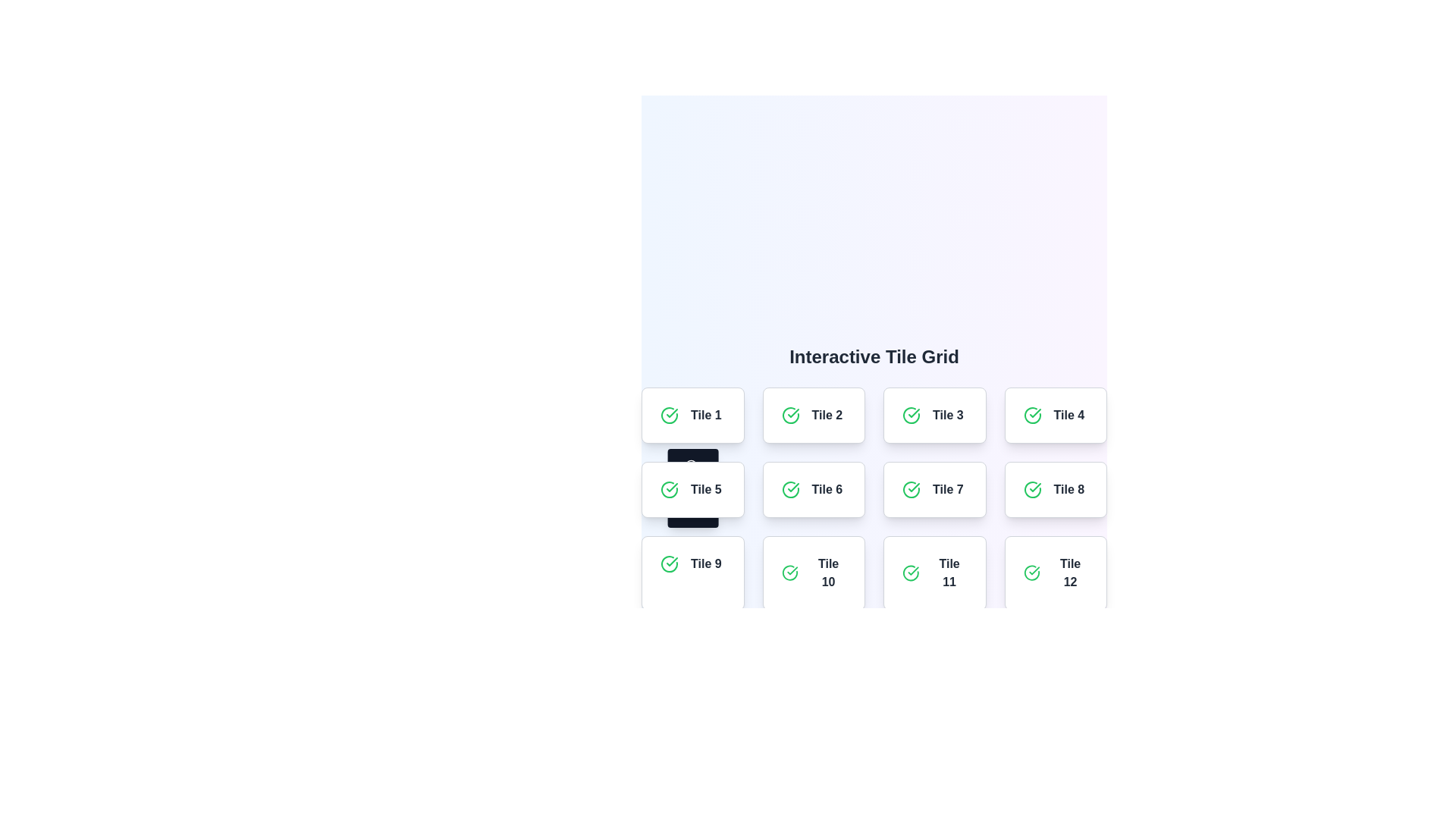 This screenshot has width=1456, height=819. Describe the element at coordinates (692, 415) in the screenshot. I see `the first interactive tile in the grid layout` at that location.